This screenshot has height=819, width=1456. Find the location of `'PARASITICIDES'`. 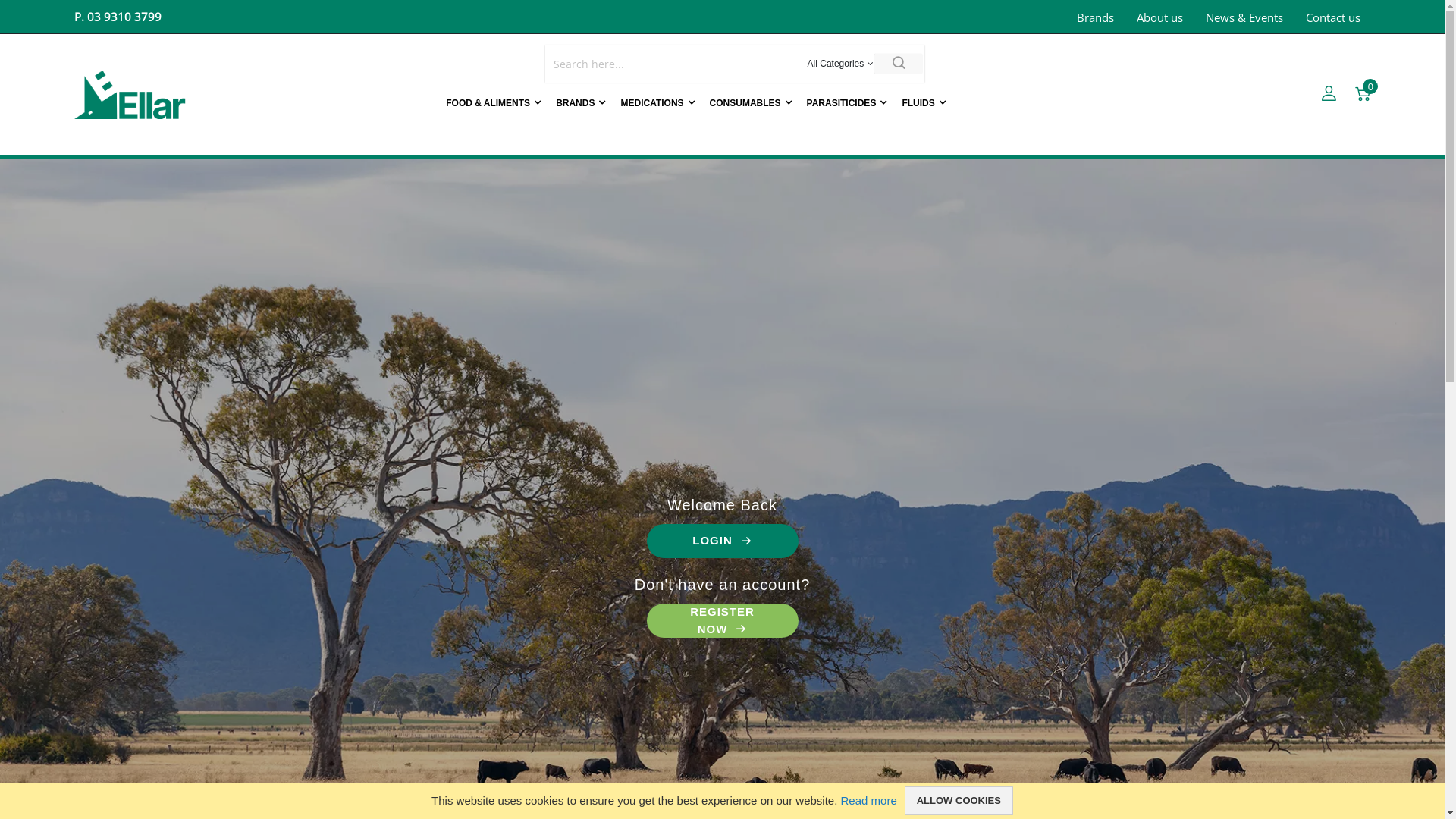

'PARASITICIDES' is located at coordinates (846, 102).